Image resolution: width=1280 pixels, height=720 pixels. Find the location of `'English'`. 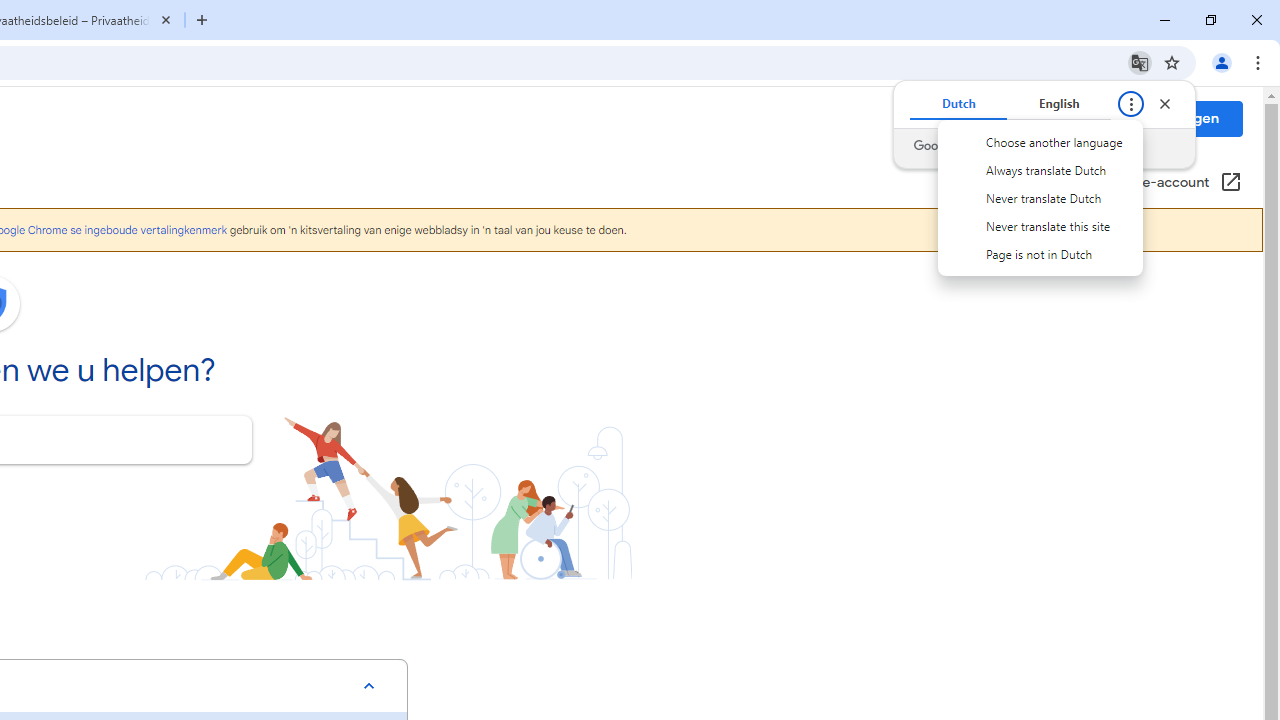

'English' is located at coordinates (1058, 104).